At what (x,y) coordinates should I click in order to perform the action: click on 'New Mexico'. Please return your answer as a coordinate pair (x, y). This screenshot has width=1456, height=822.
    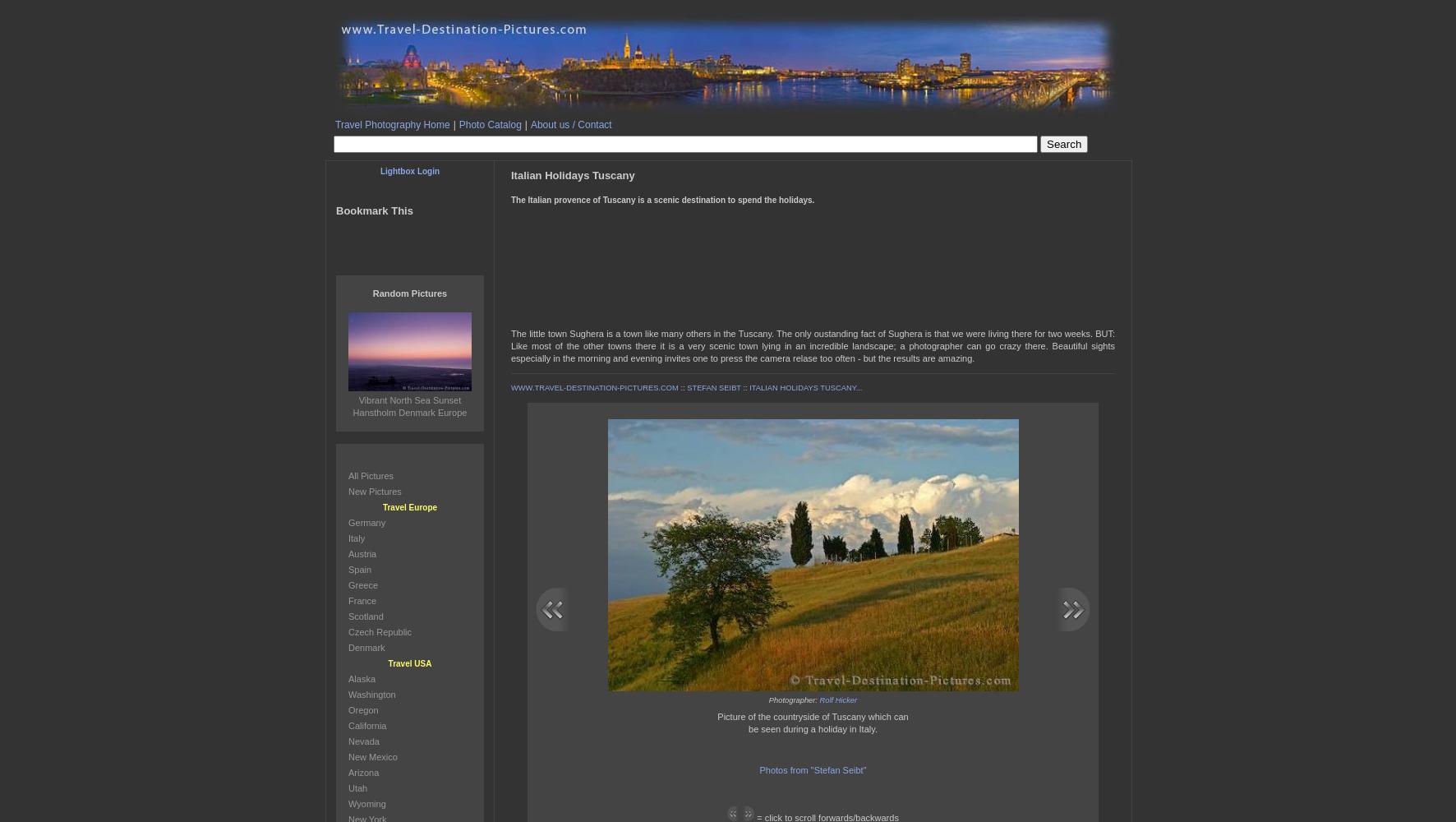
    Looking at the image, I should click on (371, 757).